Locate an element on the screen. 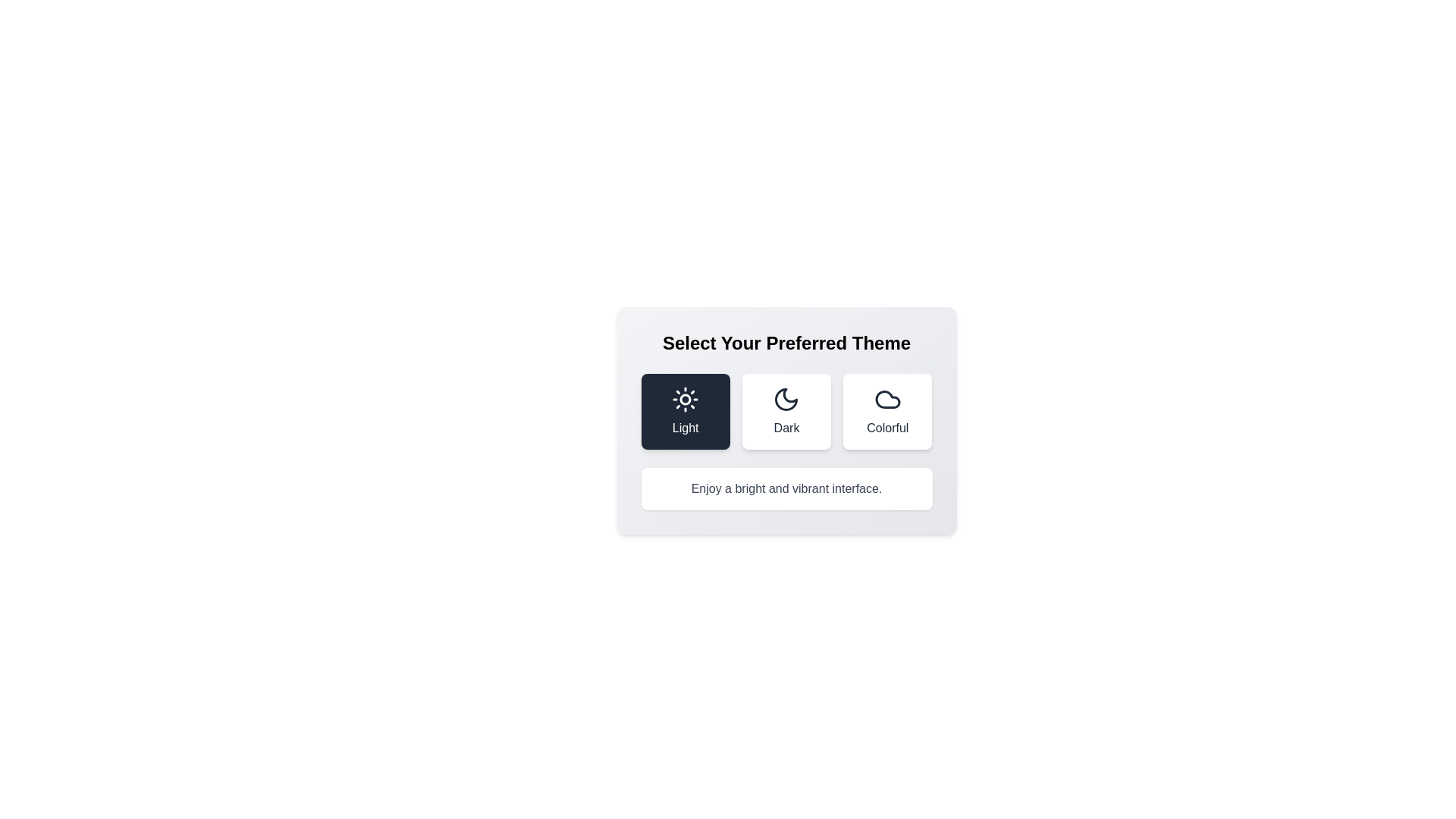  the Light button to select the corresponding theme is located at coordinates (685, 412).